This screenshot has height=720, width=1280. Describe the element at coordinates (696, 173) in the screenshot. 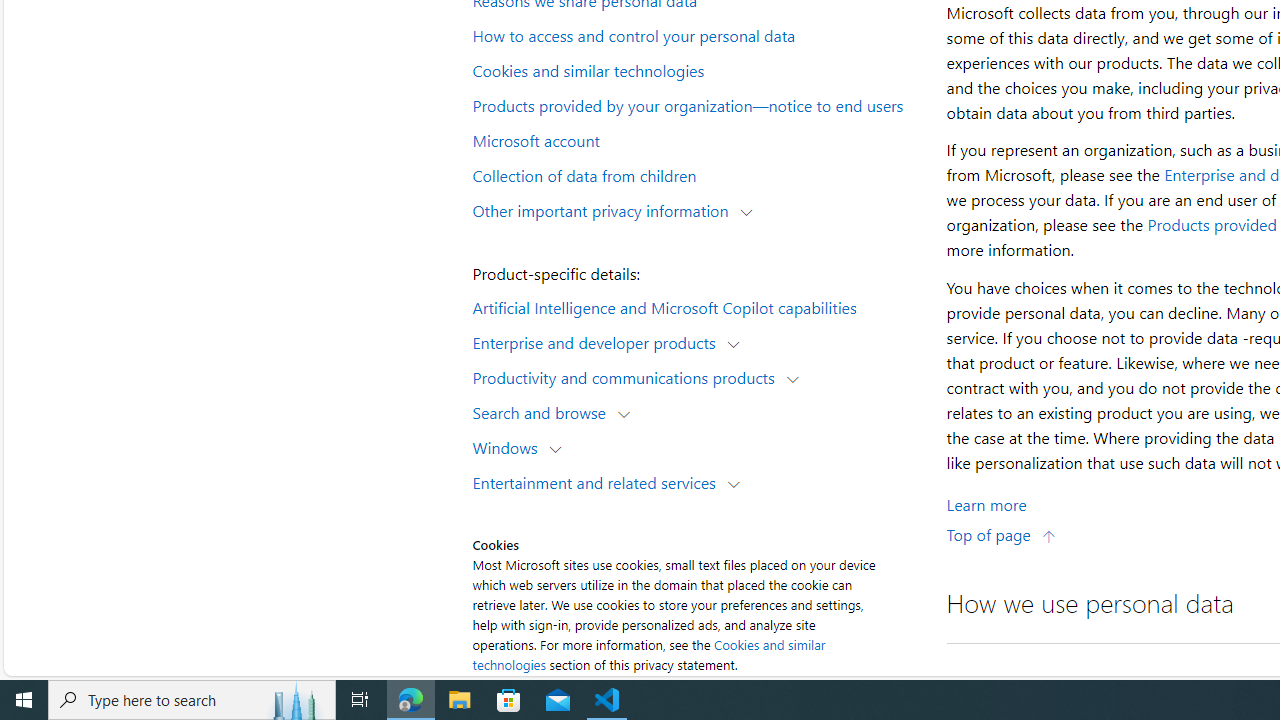

I see `'Collection of data from children'` at that location.